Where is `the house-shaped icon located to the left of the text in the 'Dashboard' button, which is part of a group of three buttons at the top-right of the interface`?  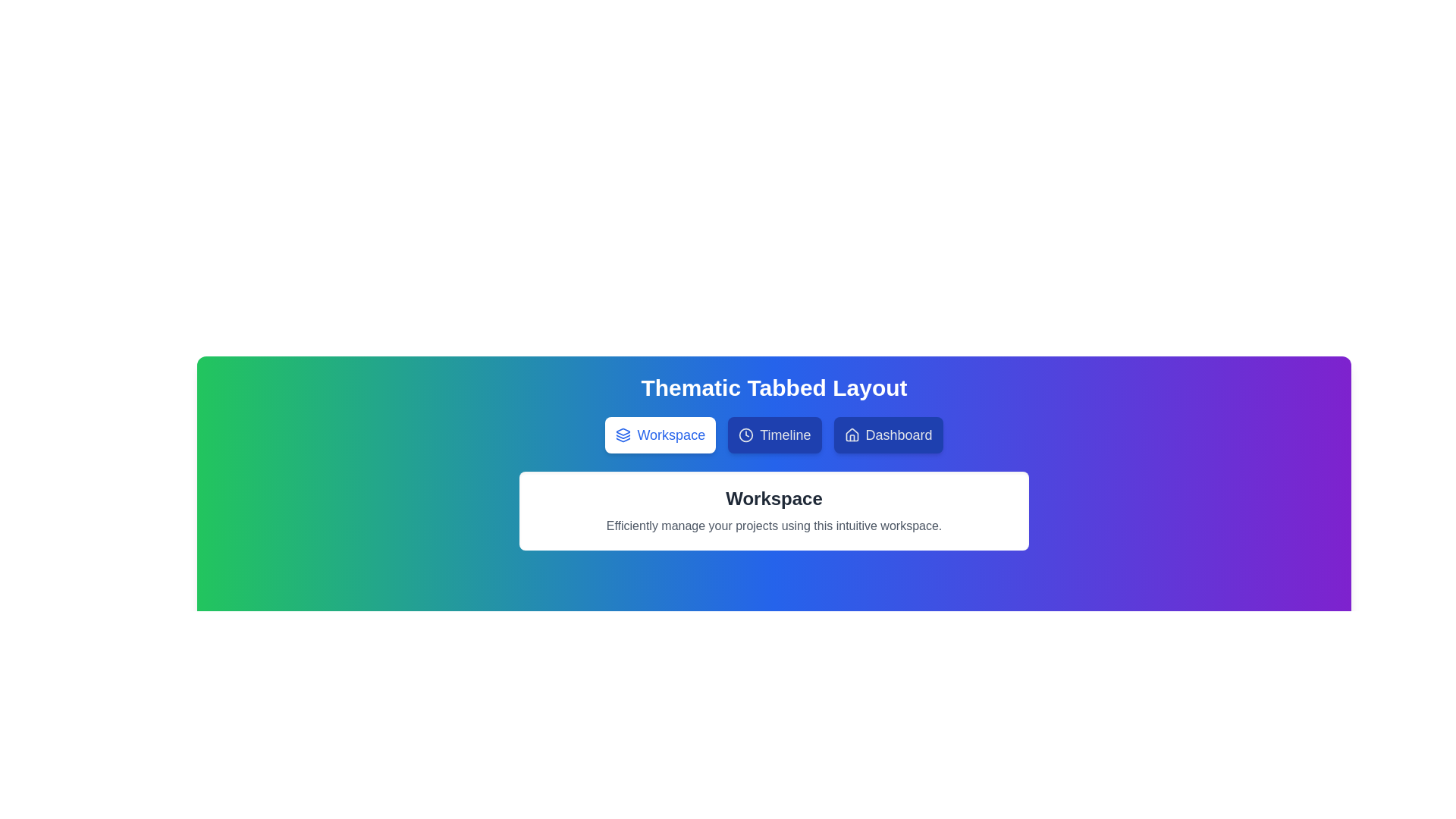
the house-shaped icon located to the left of the text in the 'Dashboard' button, which is part of a group of three buttons at the top-right of the interface is located at coordinates (852, 435).